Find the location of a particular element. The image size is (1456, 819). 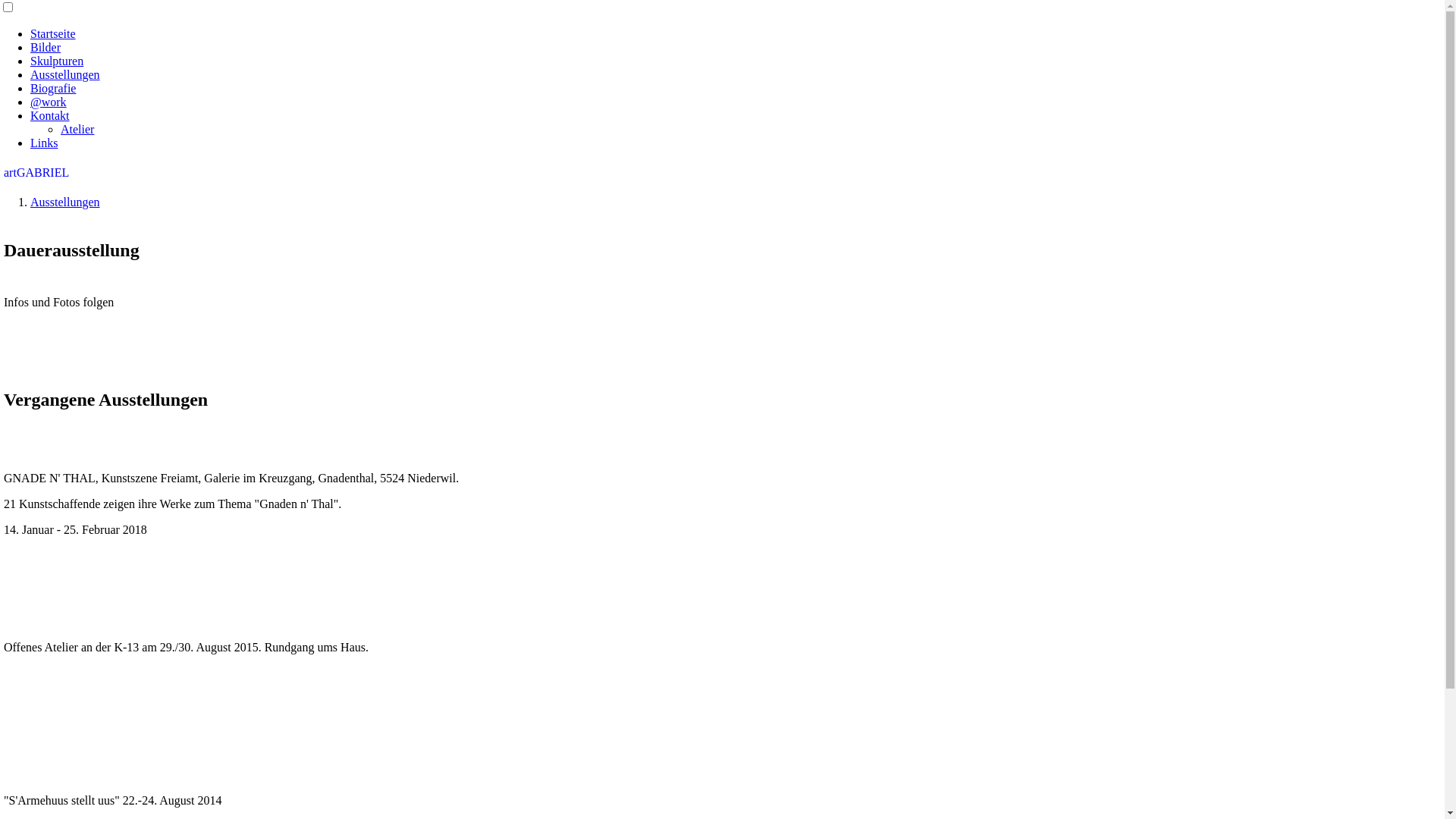

'Bilder' is located at coordinates (45, 46).